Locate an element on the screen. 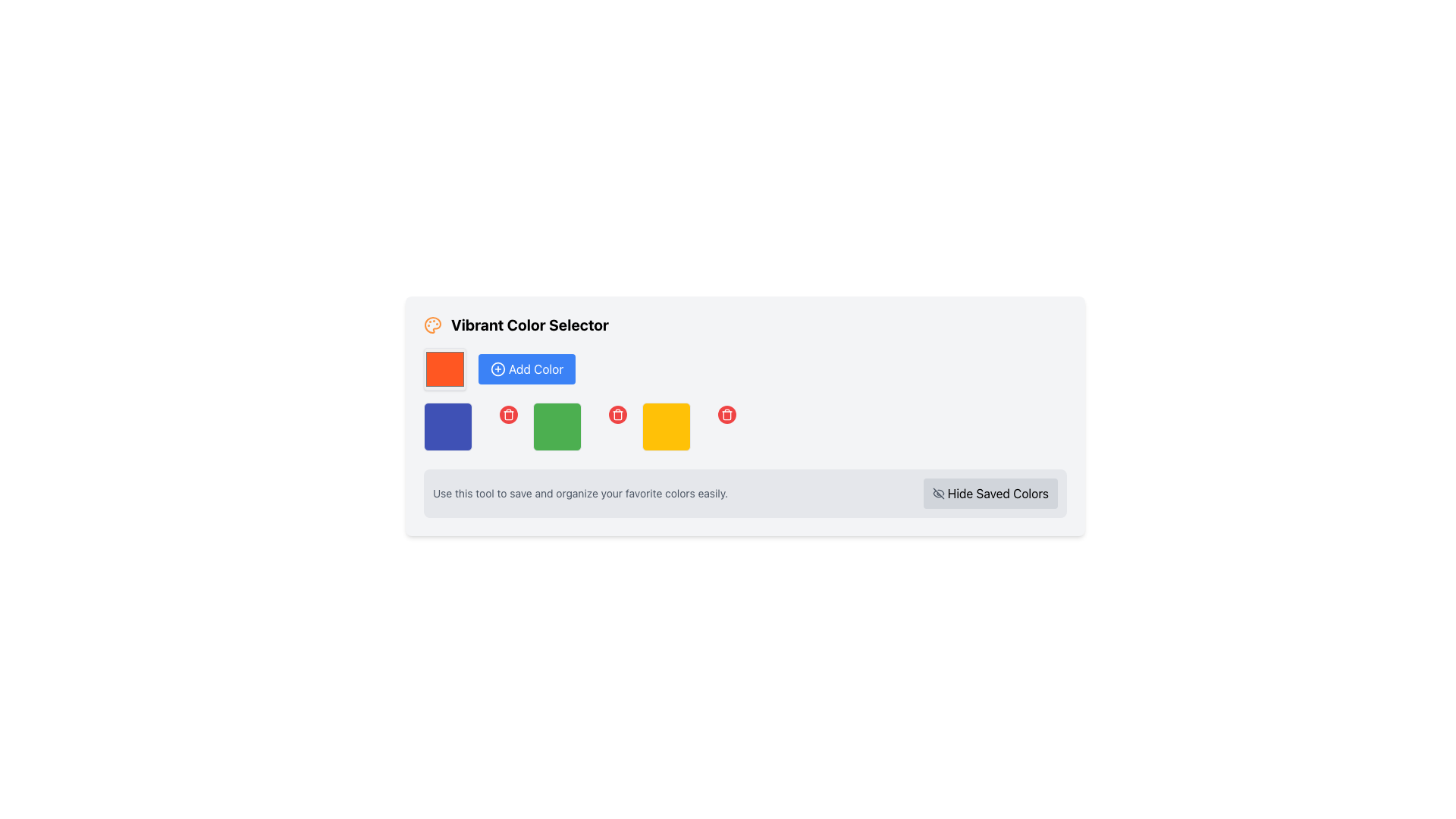  the red-orange color selection box with rounded corners is located at coordinates (444, 369).